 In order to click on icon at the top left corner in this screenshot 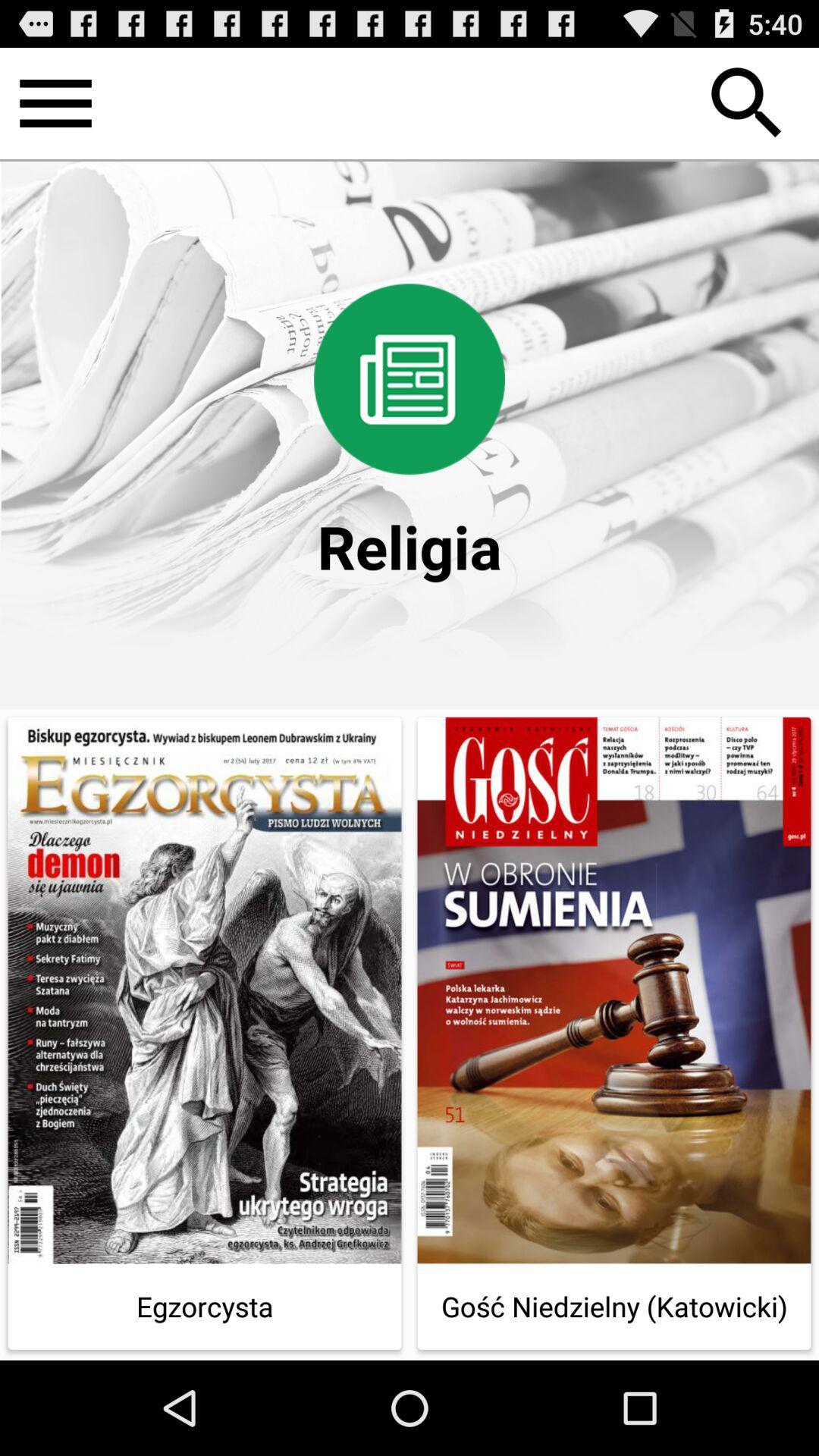, I will do `click(55, 102)`.